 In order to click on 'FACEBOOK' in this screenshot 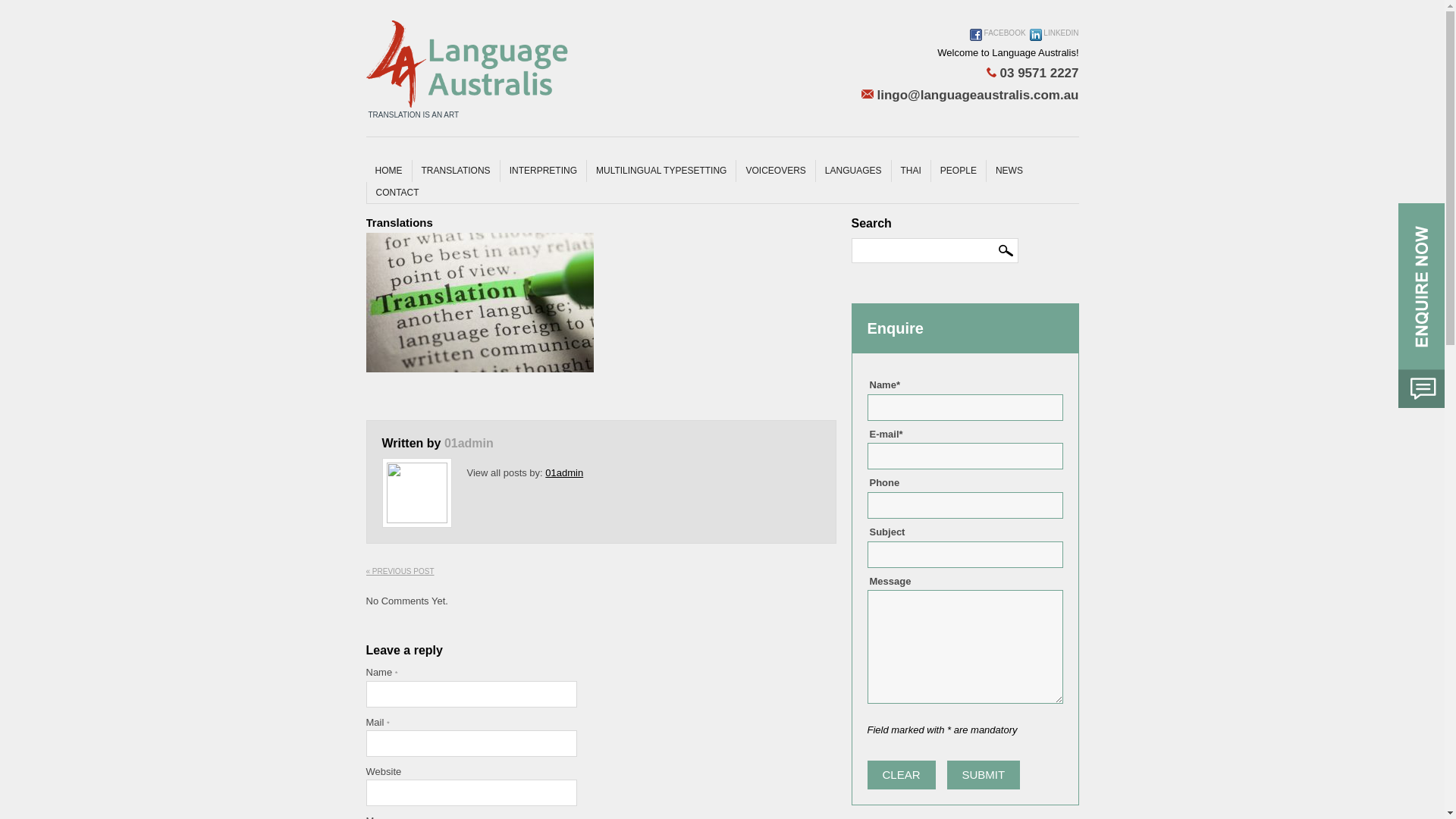, I will do `click(968, 39)`.